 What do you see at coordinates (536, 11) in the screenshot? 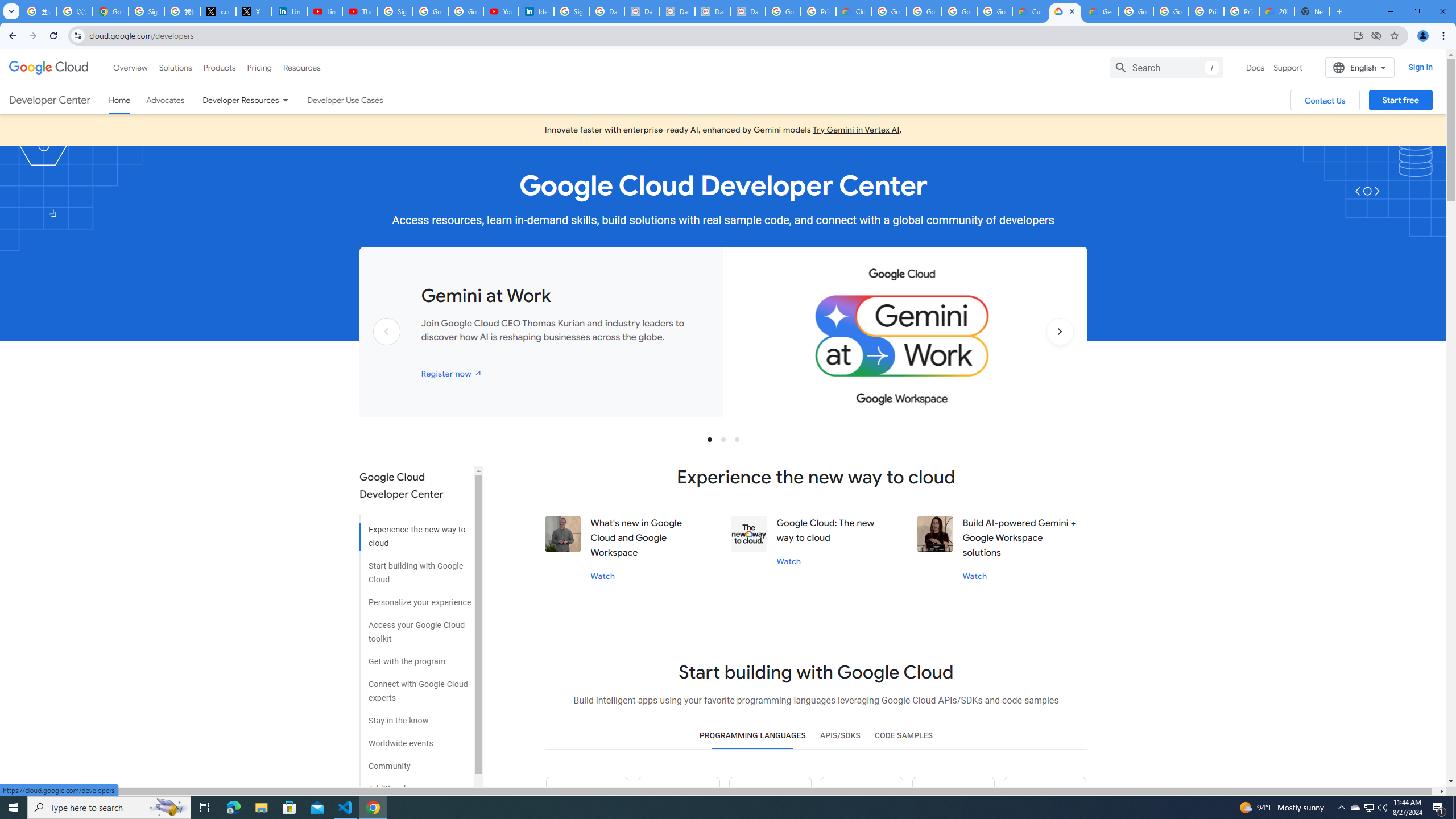
I see `'Identity verification via Persona | LinkedIn Help'` at bounding box center [536, 11].